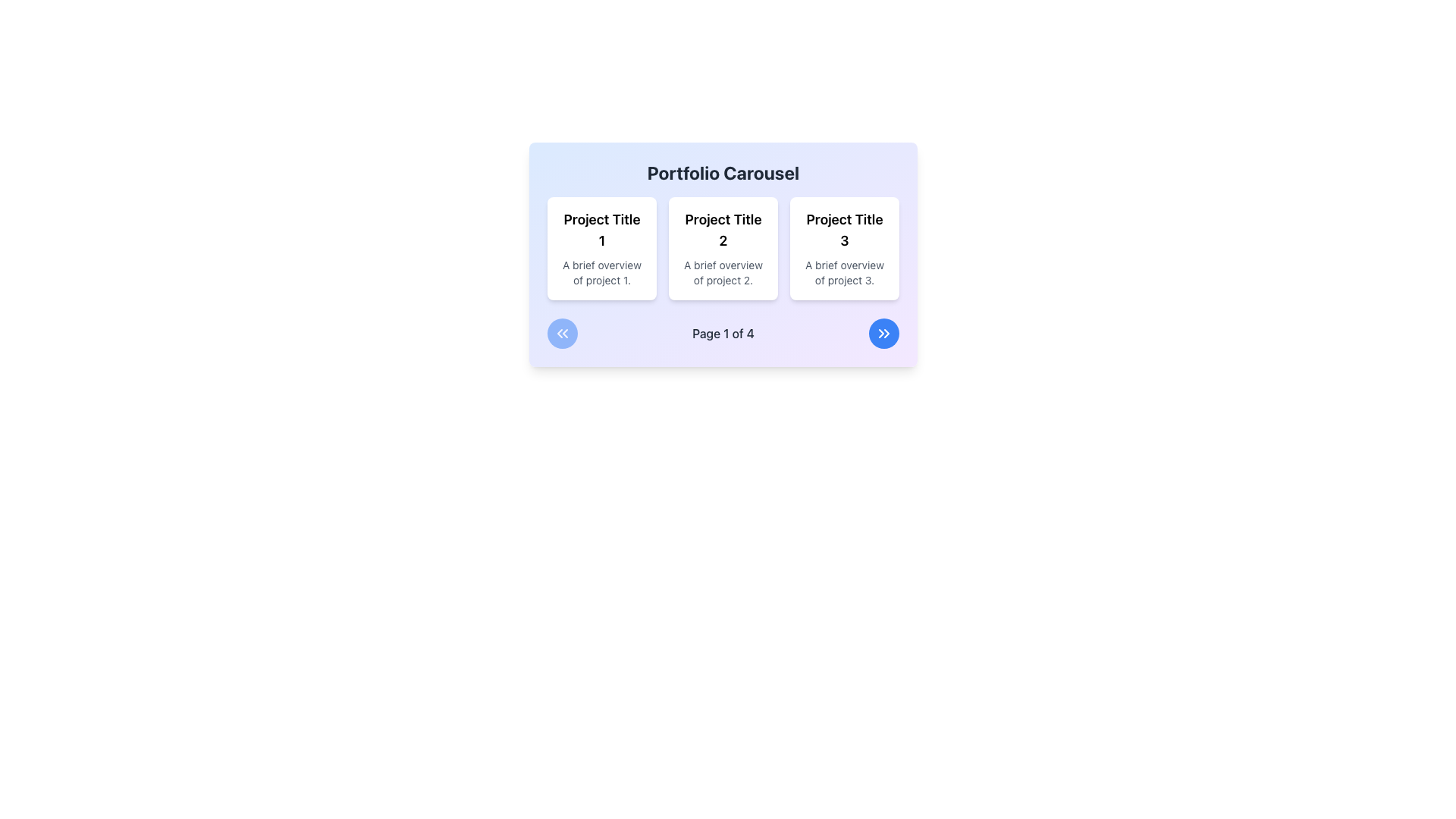 This screenshot has height=819, width=1456. I want to click on the second chevron icon in the right-side navigation button of the carousel, which allows the user to navigate to the next set of projects, so click(886, 332).